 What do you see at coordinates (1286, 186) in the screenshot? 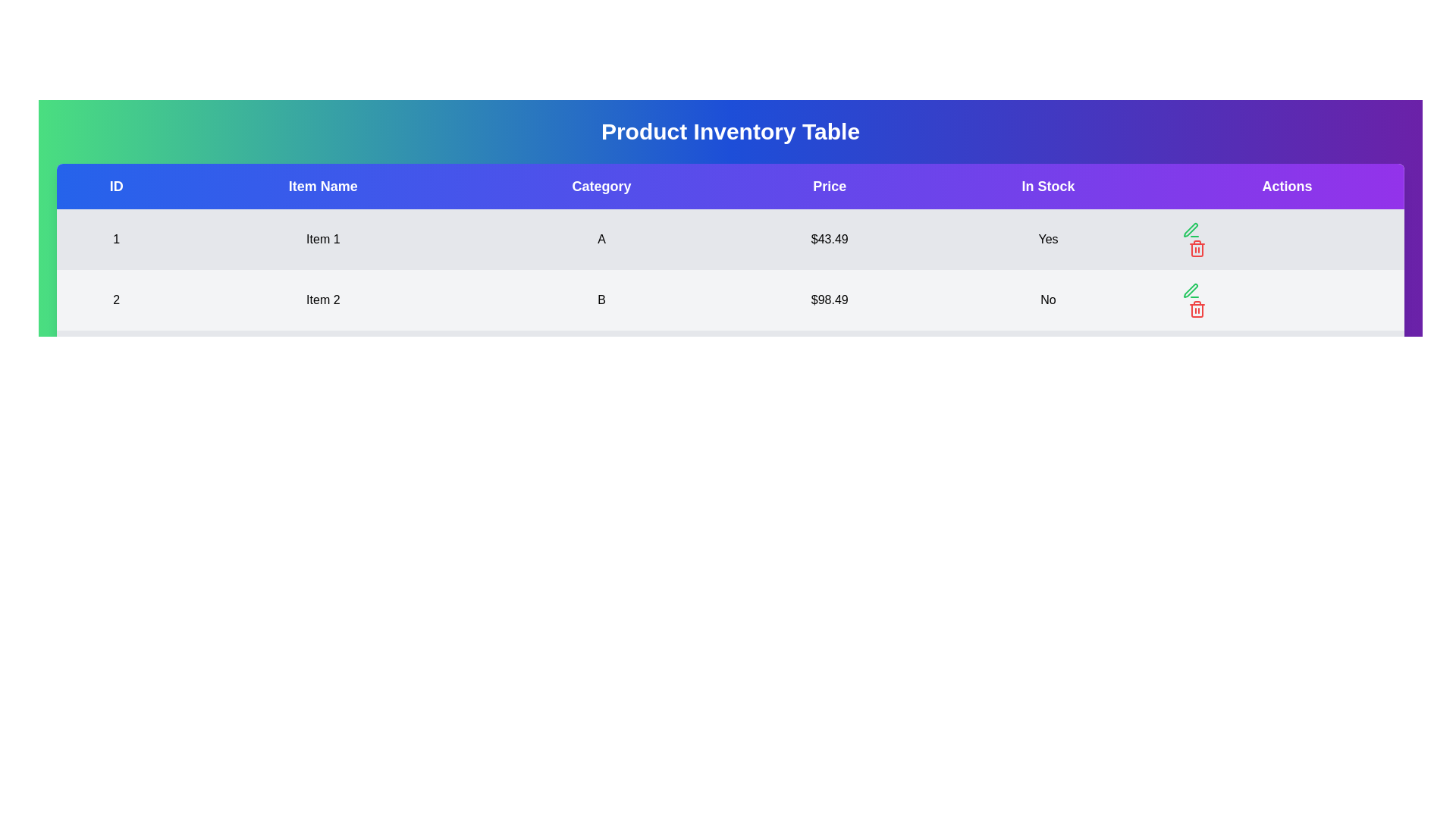
I see `the header labeled Actions to sort or filter the table by that column` at bounding box center [1286, 186].